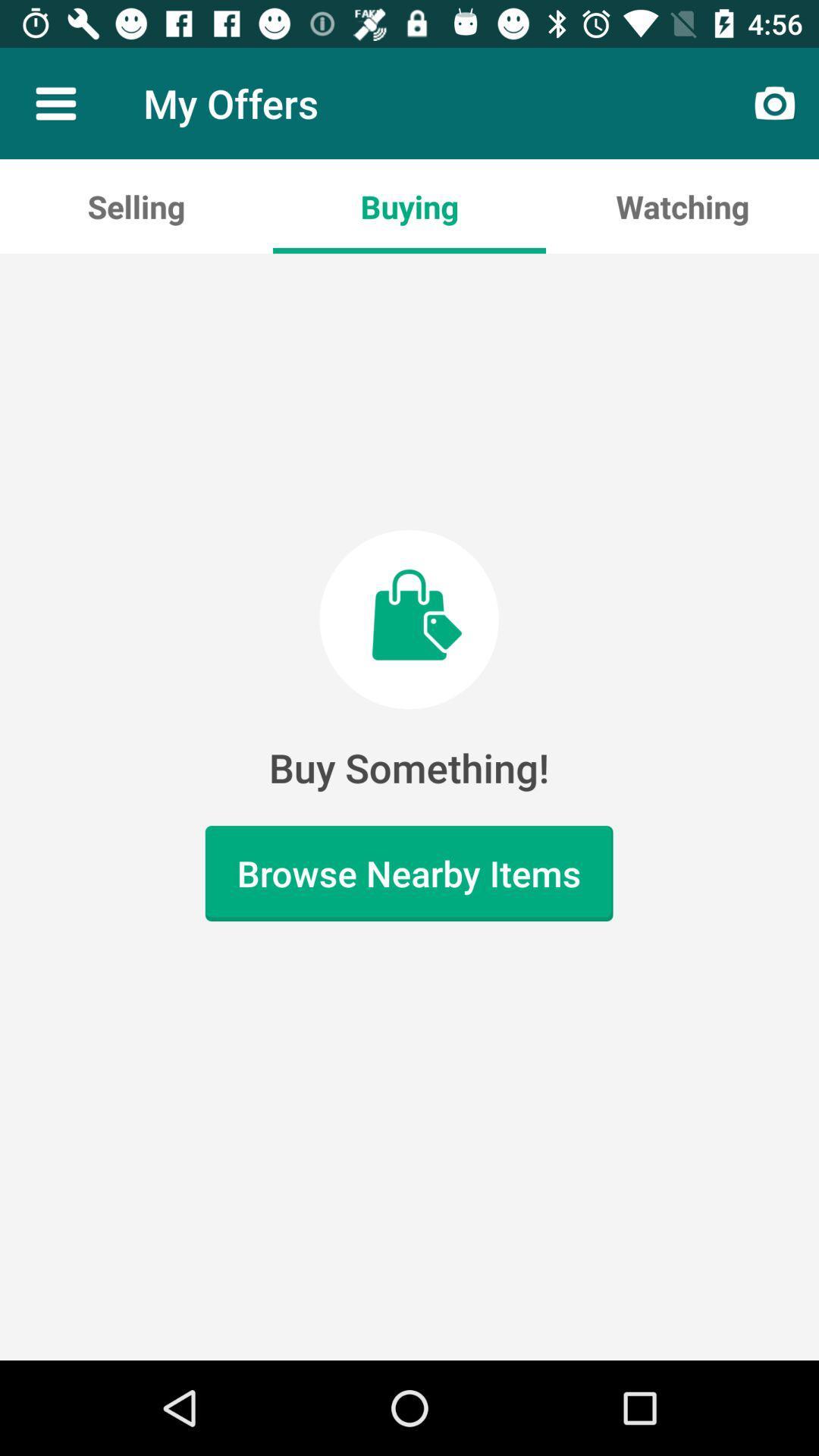  Describe the element at coordinates (136, 206) in the screenshot. I see `item to the left of buying` at that location.